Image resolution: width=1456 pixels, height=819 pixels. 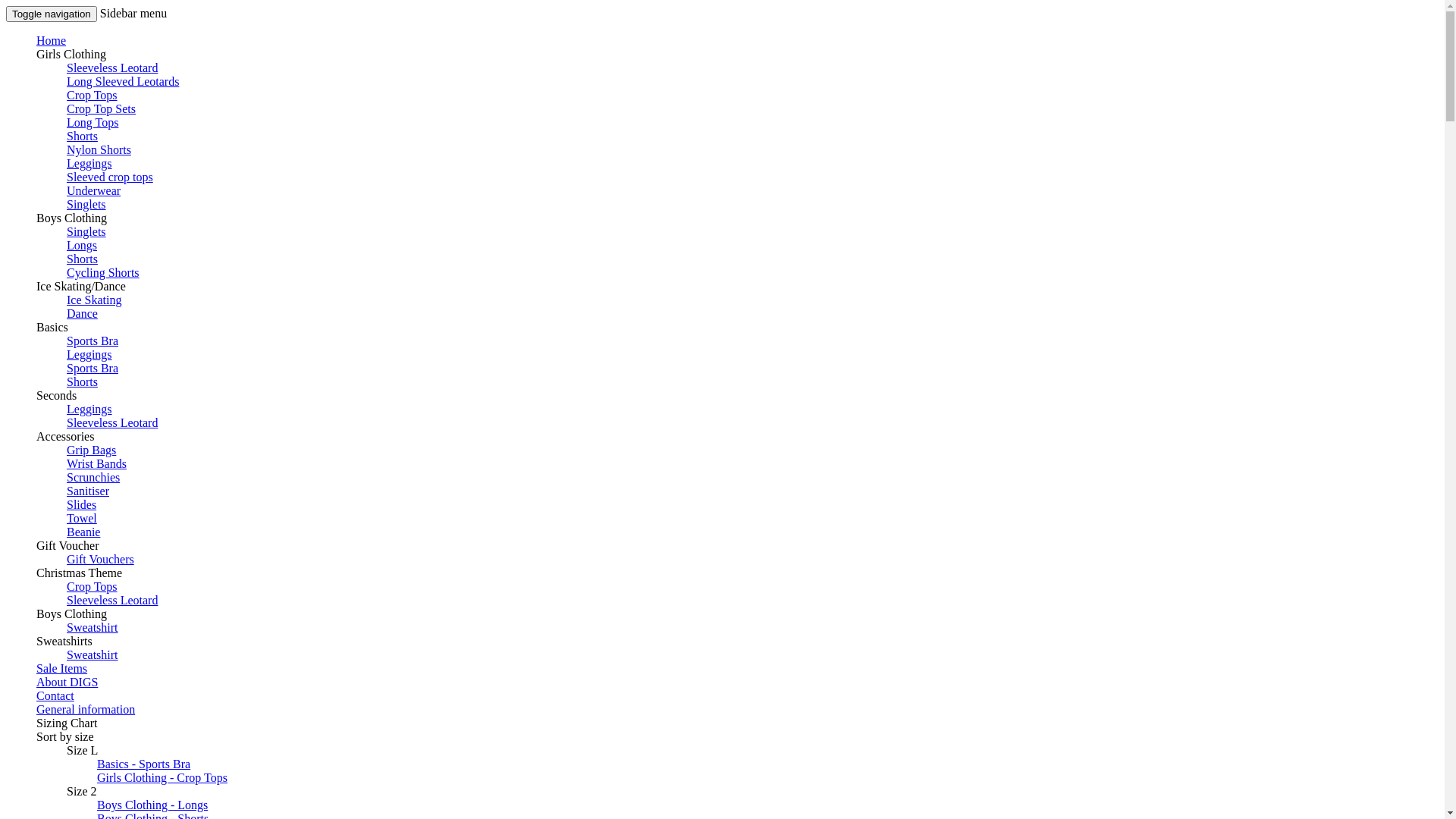 I want to click on 'Girls Clothing - Crop Tops', so click(x=162, y=777).